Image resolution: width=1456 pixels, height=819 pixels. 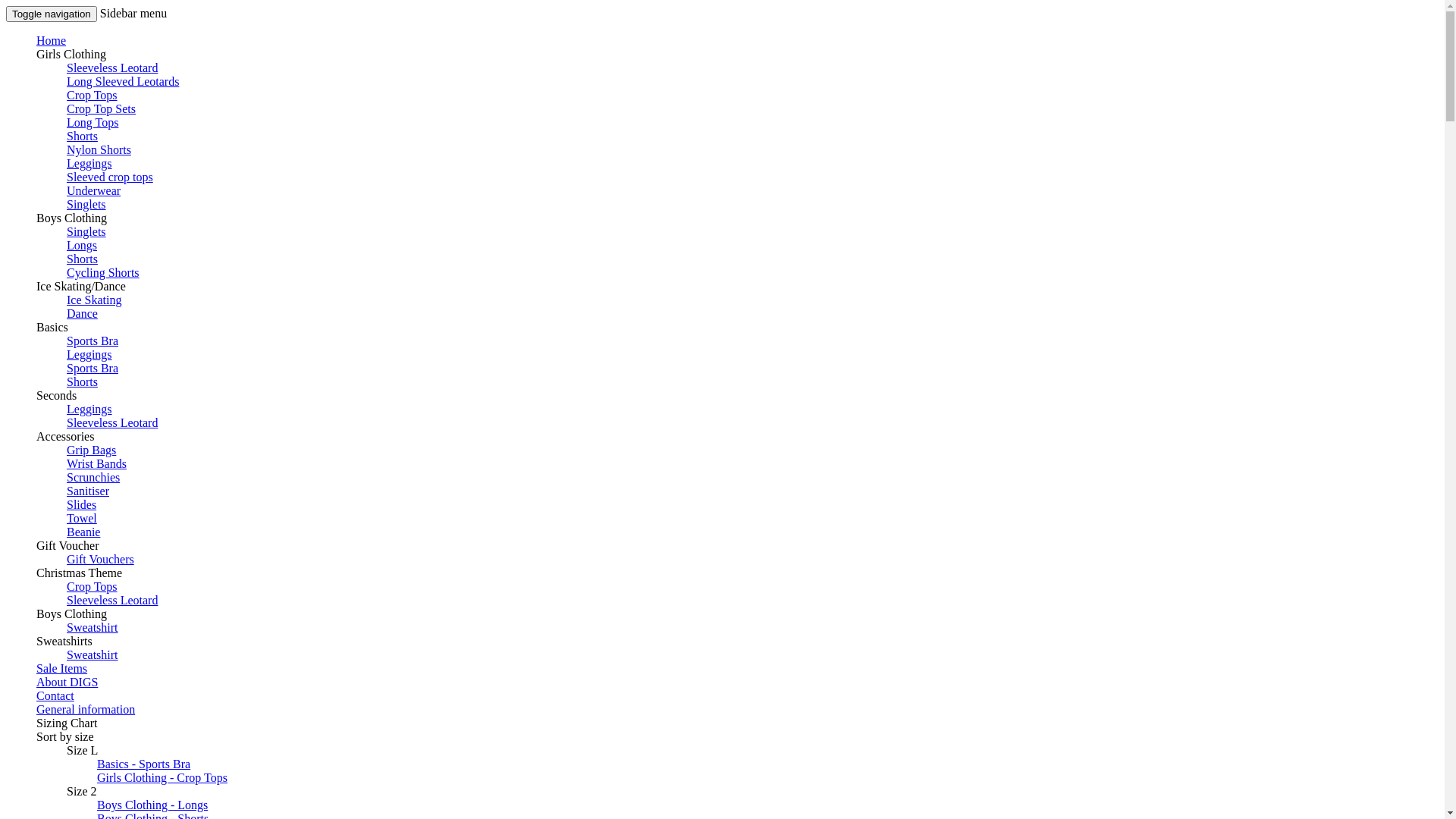 I want to click on 'Girls Clothing - Crop Tops', so click(x=162, y=777).